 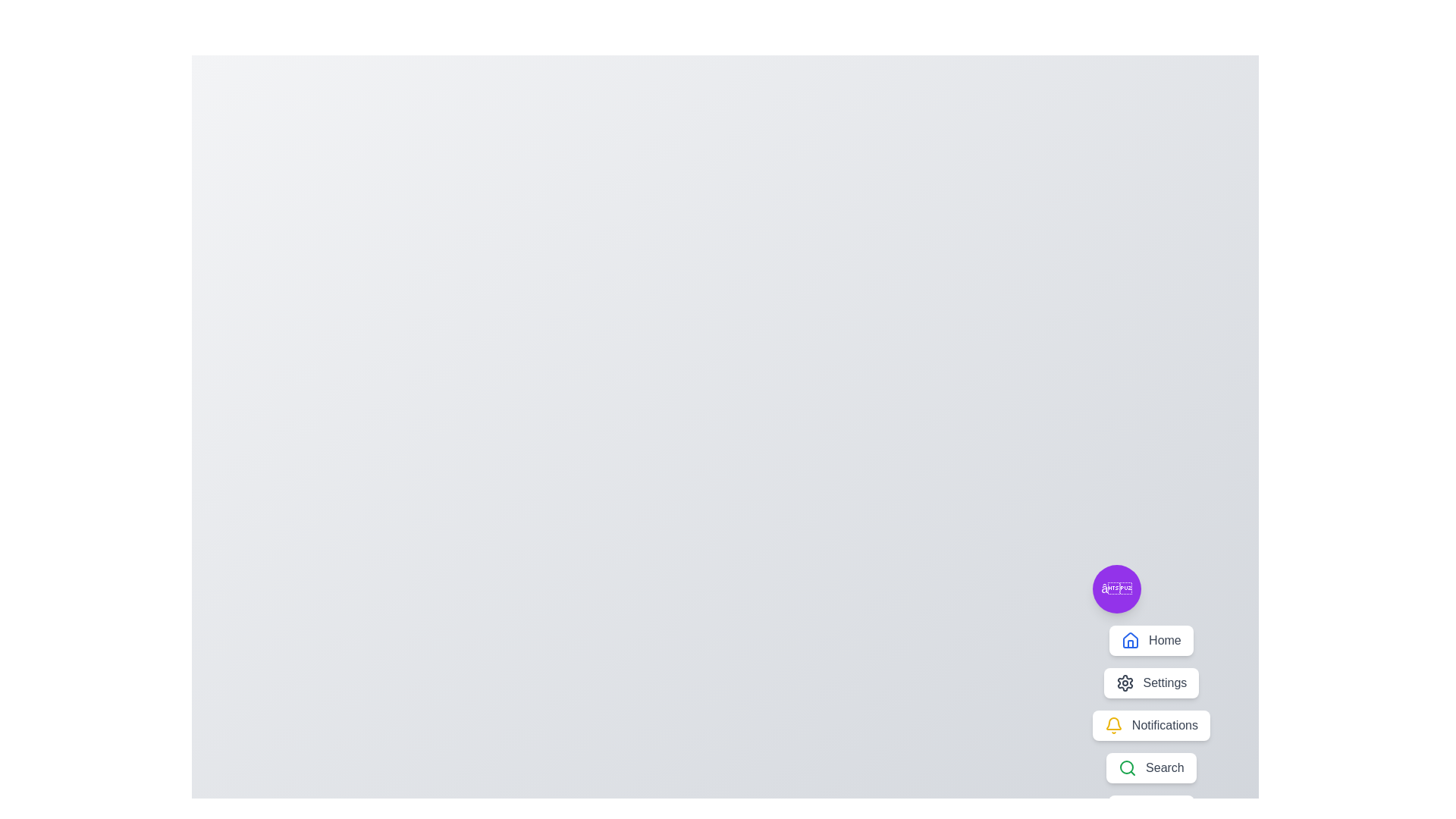 I want to click on the purple circular button to toggle the visibility of the speed dial menu, so click(x=1116, y=588).